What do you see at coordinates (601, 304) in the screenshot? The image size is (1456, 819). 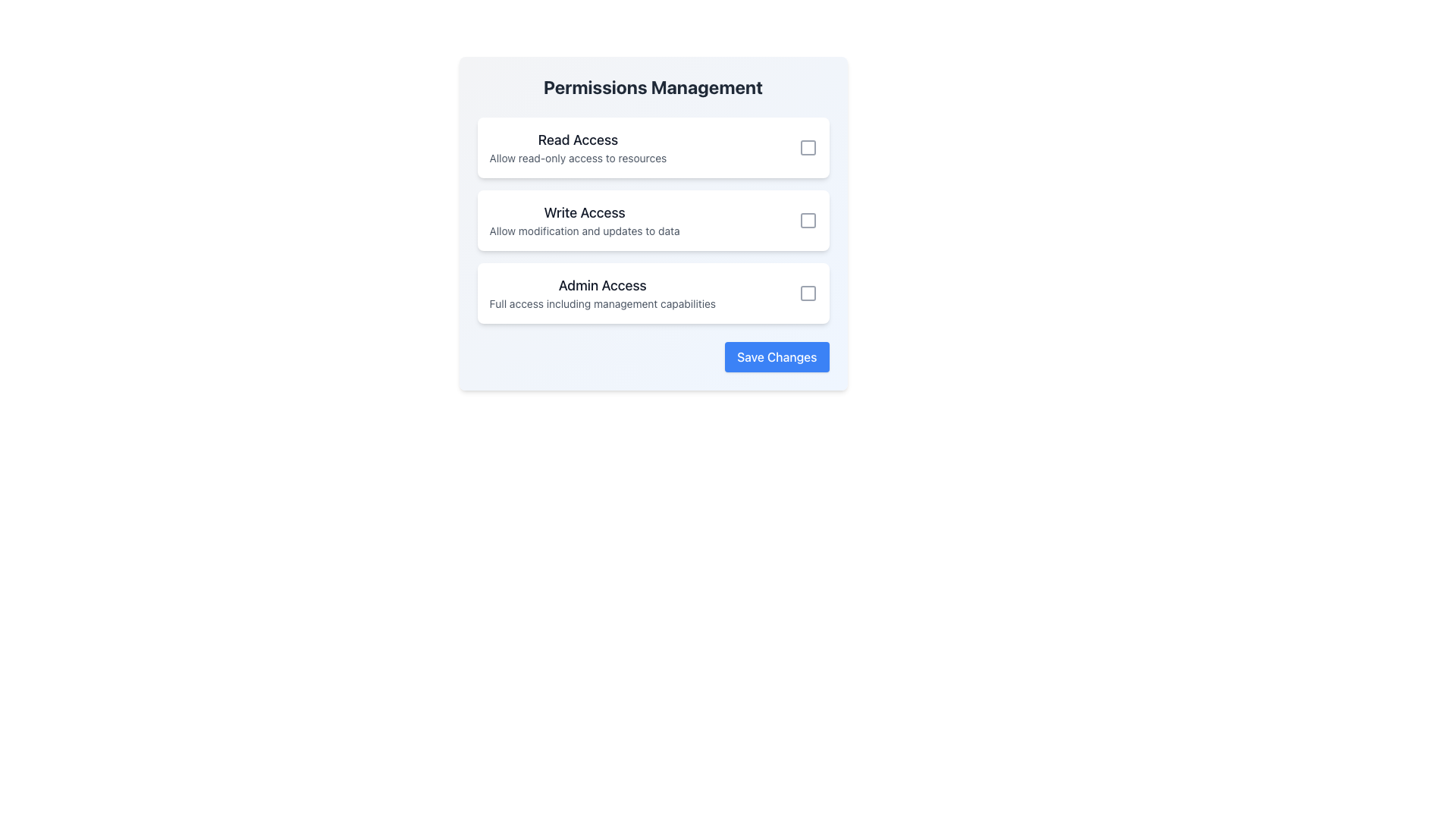 I see `the descriptive text element that reads 'Full access including management capabilities', which is located directly beneath the 'Admin Access' title in the permissions management interface` at bounding box center [601, 304].